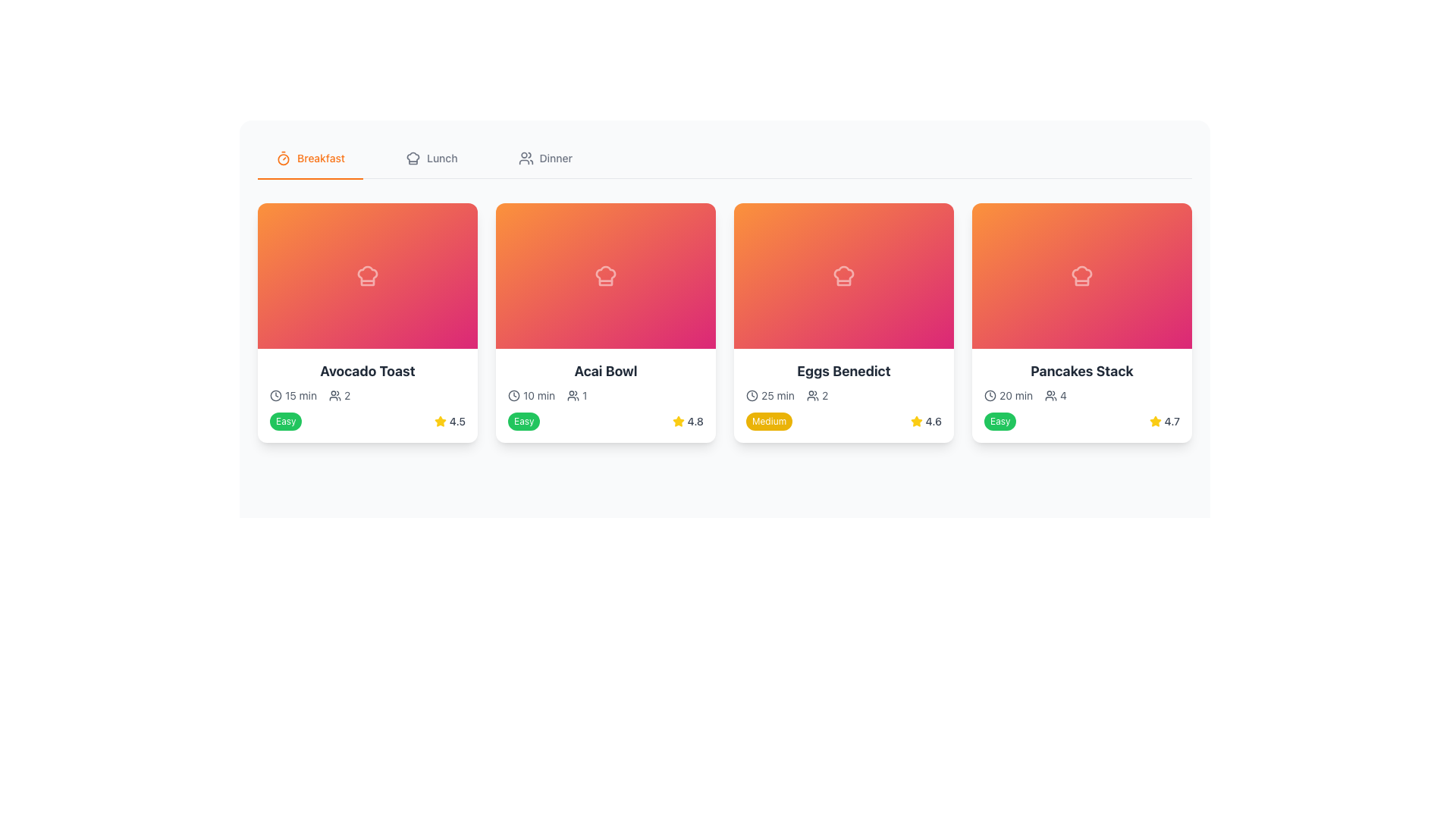 The image size is (1456, 819). Describe the element at coordinates (1081, 371) in the screenshot. I see `the title text element for the 'Pancakes Stack' recipe located at the top center of the fourth card in the grid layout` at that location.